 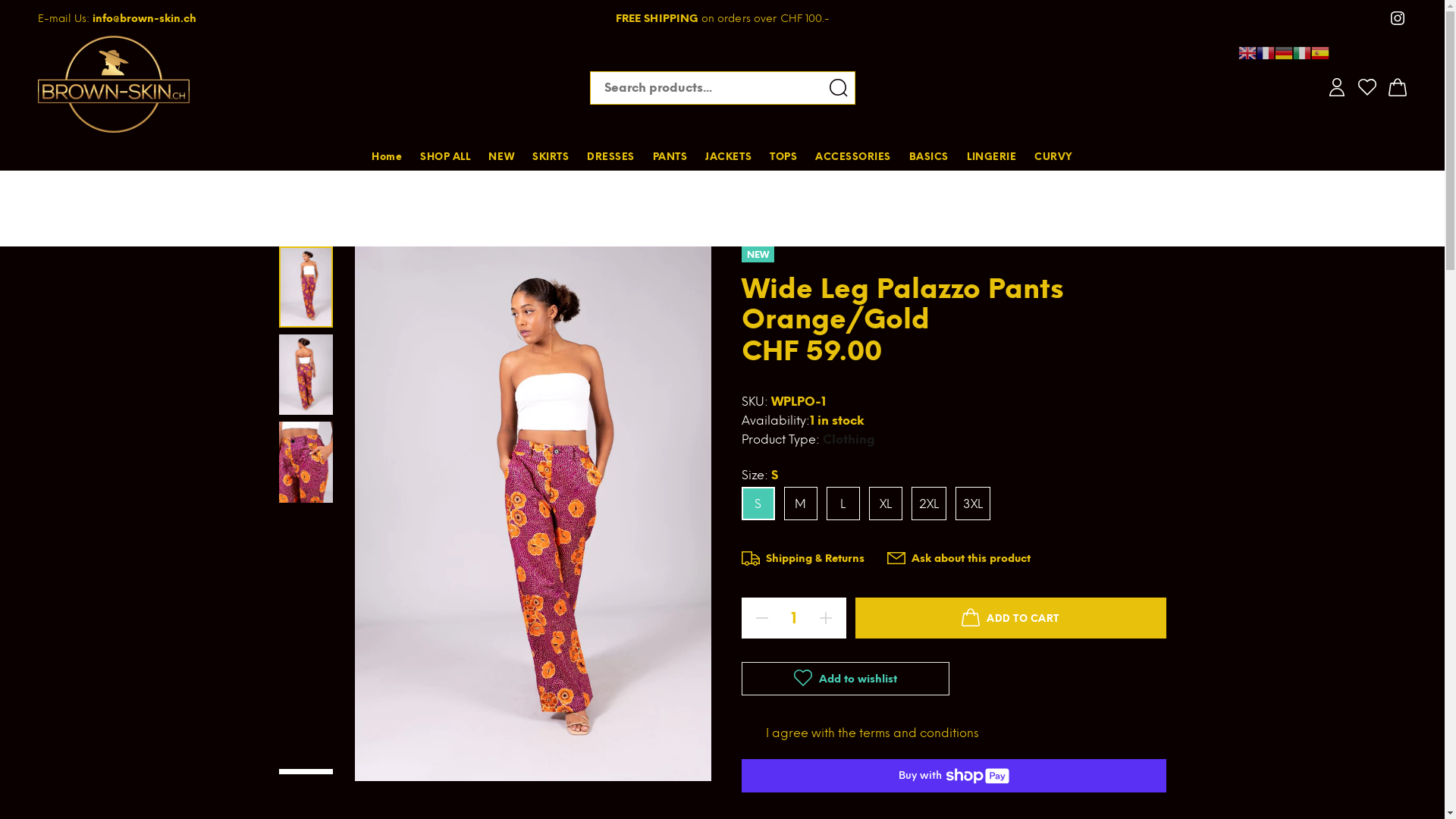 I want to click on 'TOPS', so click(x=783, y=155).